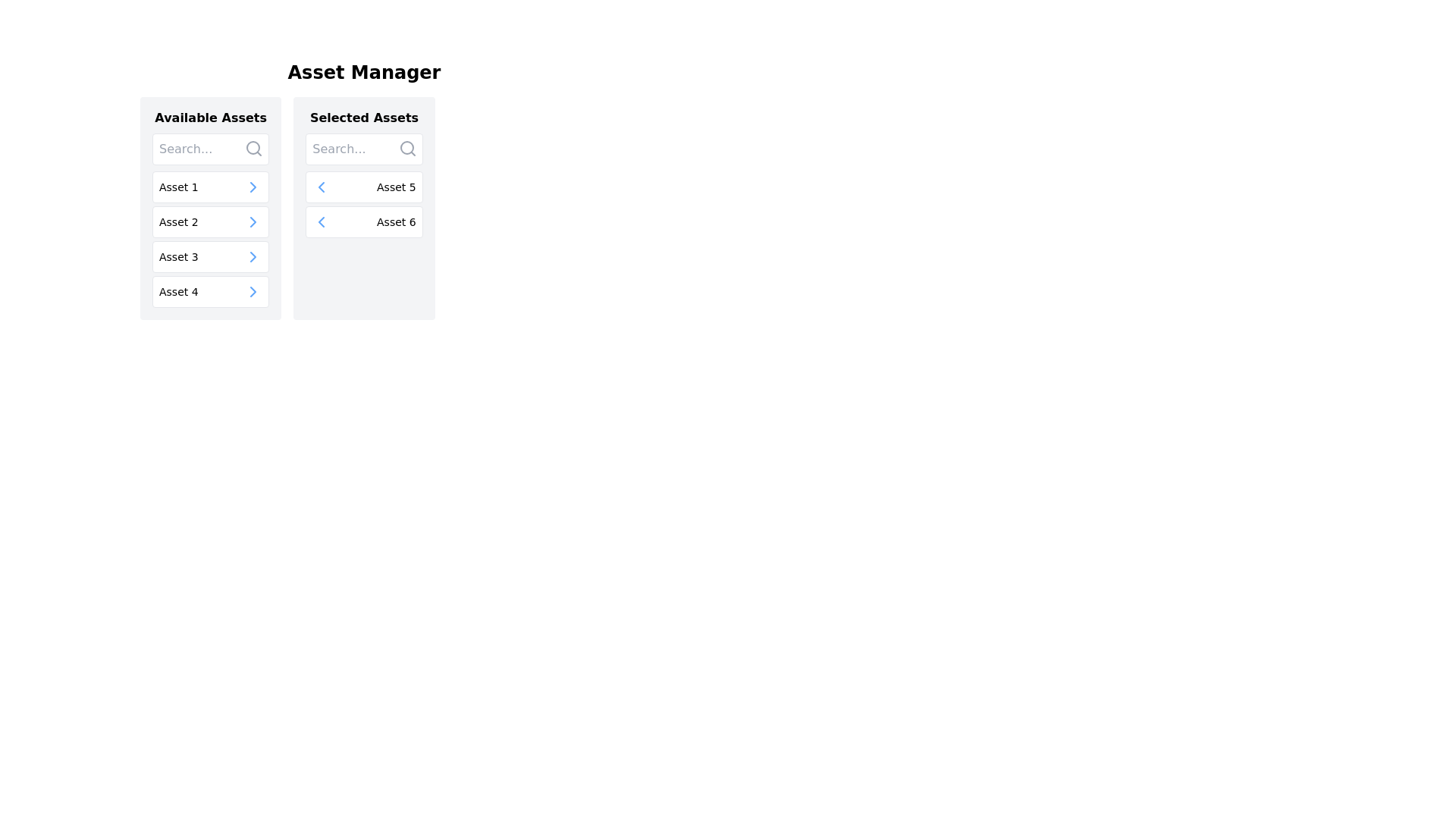 The height and width of the screenshot is (819, 1456). What do you see at coordinates (253, 222) in the screenshot?
I see `the Chevron Icon located to the right of the 'Asset 2' entry in the 'Available Assets' section to retrieve additional information` at bounding box center [253, 222].